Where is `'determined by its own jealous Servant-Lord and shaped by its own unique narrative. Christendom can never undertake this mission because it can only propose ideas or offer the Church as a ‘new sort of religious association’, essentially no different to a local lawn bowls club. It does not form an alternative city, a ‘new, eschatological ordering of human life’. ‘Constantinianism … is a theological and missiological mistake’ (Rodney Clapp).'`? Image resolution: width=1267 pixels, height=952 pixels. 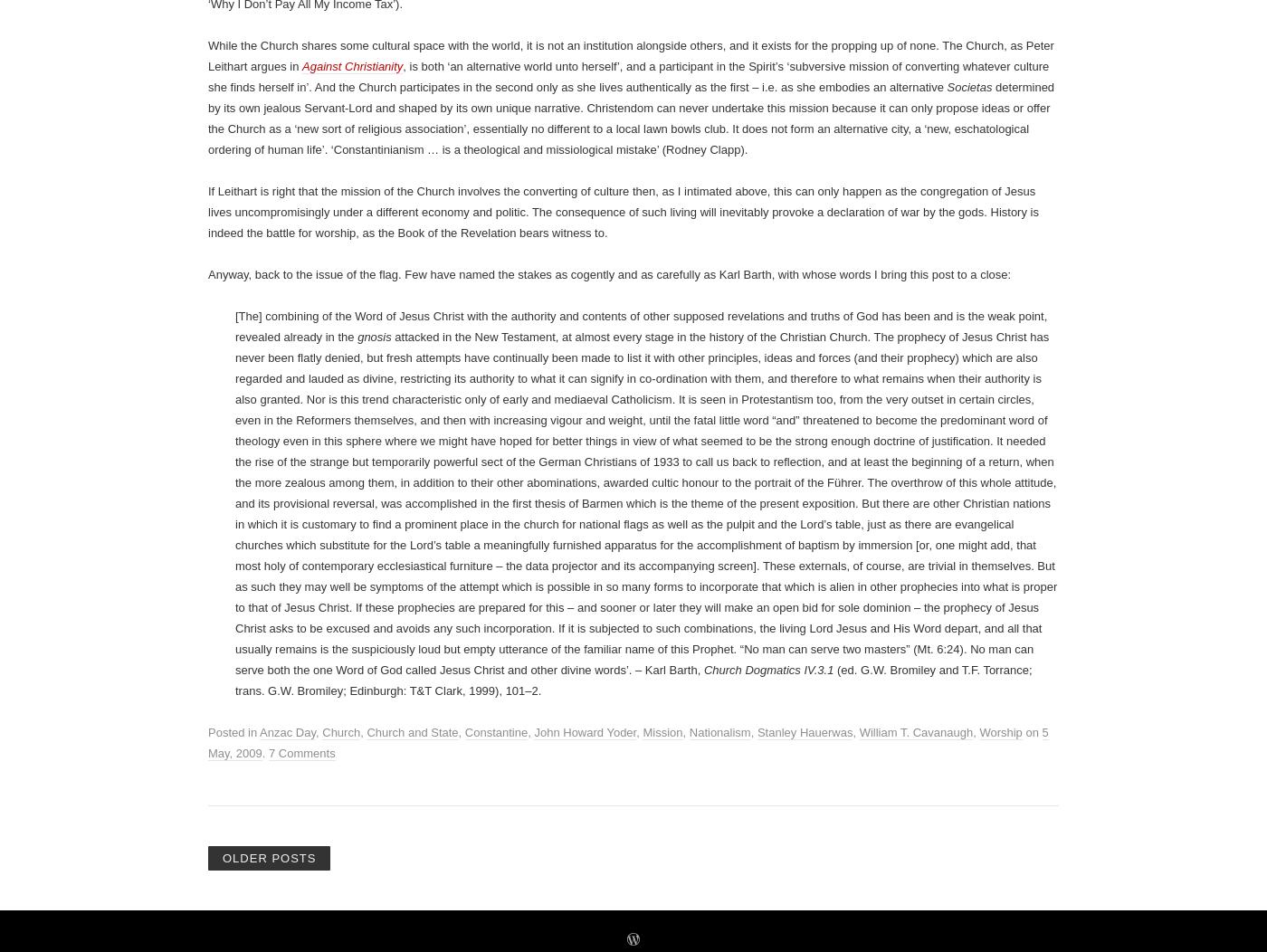 'determined by its own jealous Servant-Lord and shaped by its own unique narrative. Christendom can never undertake this mission because it can only propose ideas or offer the Church as a ‘new sort of religious association’, essentially no different to a local lawn bowls club. It does not form an alternative city, a ‘new, eschatological ordering of human life’. ‘Constantinianism … is a theological and missiological mistake’ (Rodney Clapp).' is located at coordinates (208, 812).